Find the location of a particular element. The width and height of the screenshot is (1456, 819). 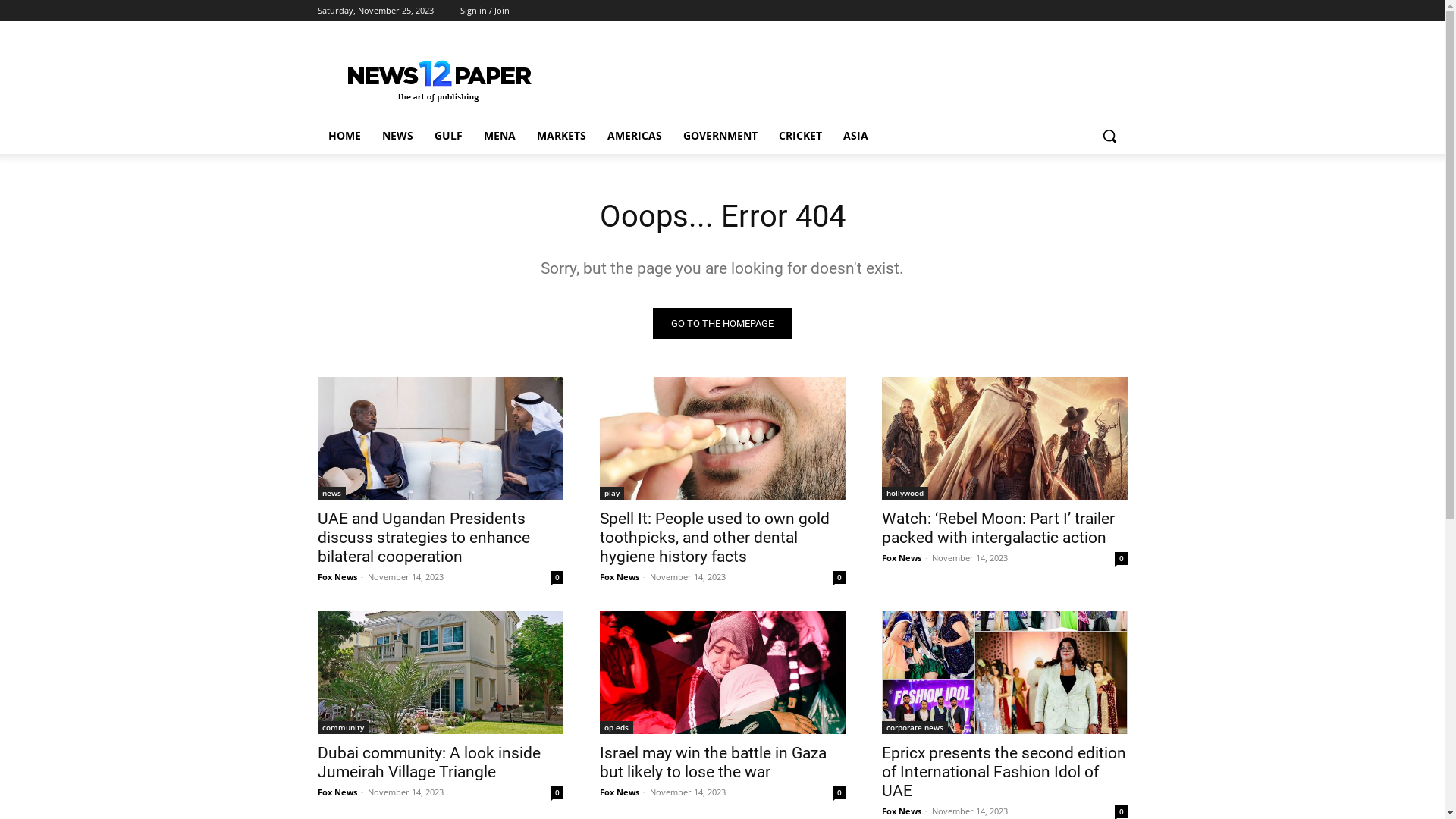

'op eds' is located at coordinates (615, 726).